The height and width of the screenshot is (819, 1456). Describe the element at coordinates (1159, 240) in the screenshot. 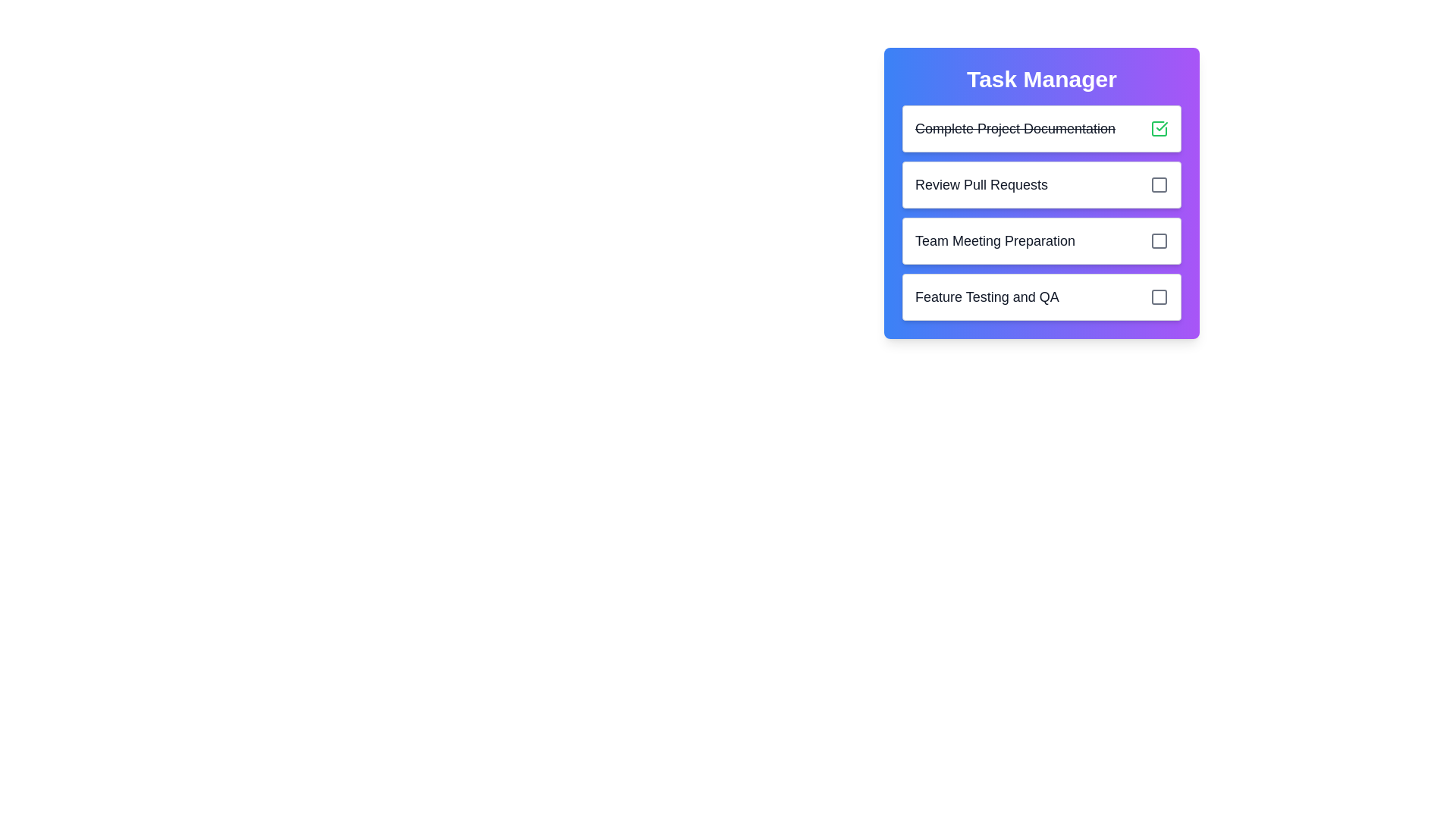

I see `the checkbox-like status indicator for the task 'Team Meeting Preparation', located in the third row of the task list` at that location.